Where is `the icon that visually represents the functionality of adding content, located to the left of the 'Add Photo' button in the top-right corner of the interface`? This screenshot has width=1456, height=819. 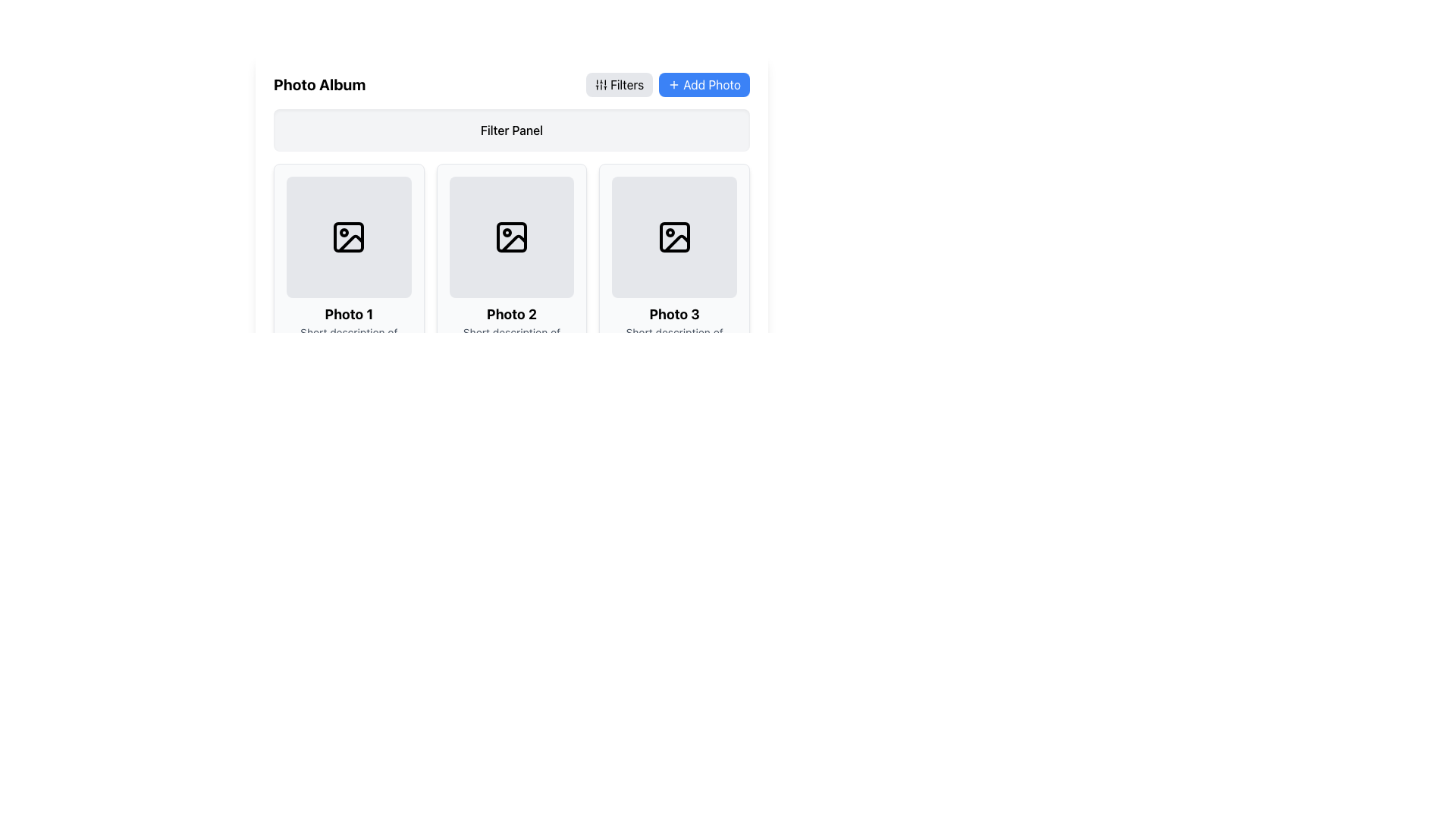
the icon that visually represents the functionality of adding content, located to the left of the 'Add Photo' button in the top-right corner of the interface is located at coordinates (673, 84).